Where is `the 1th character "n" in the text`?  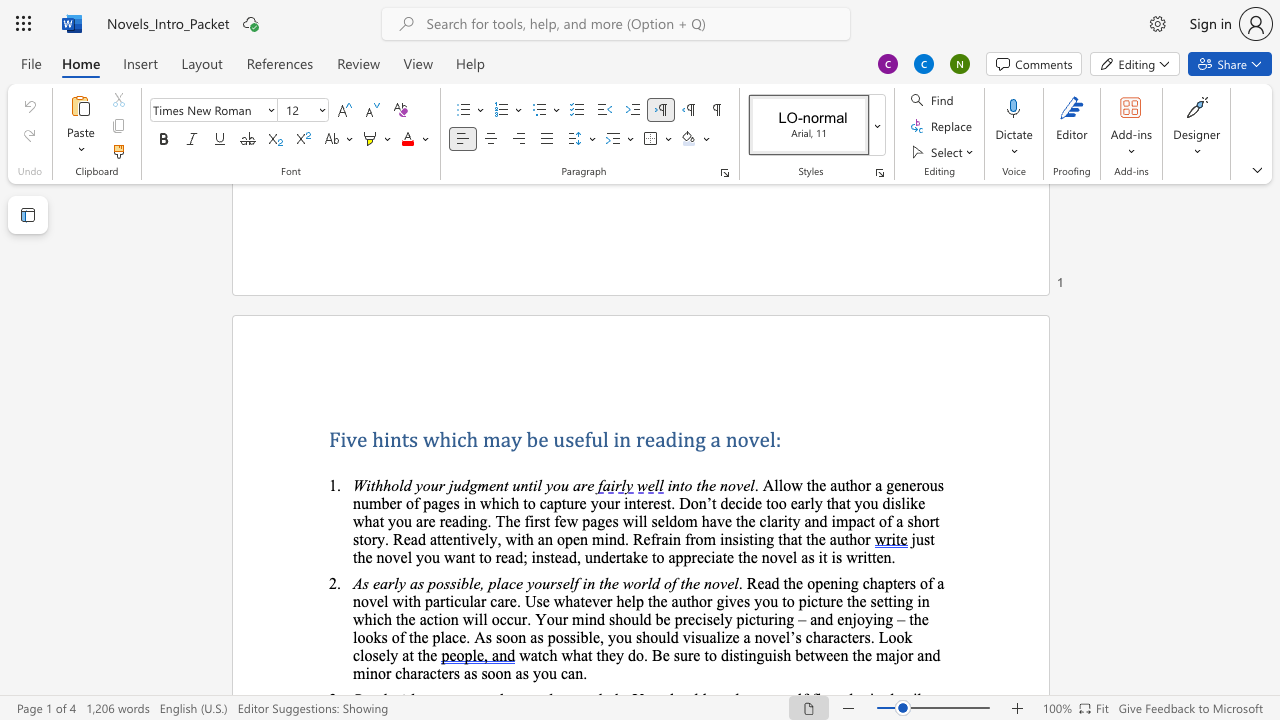
the 1th character "n" in the text is located at coordinates (676, 485).